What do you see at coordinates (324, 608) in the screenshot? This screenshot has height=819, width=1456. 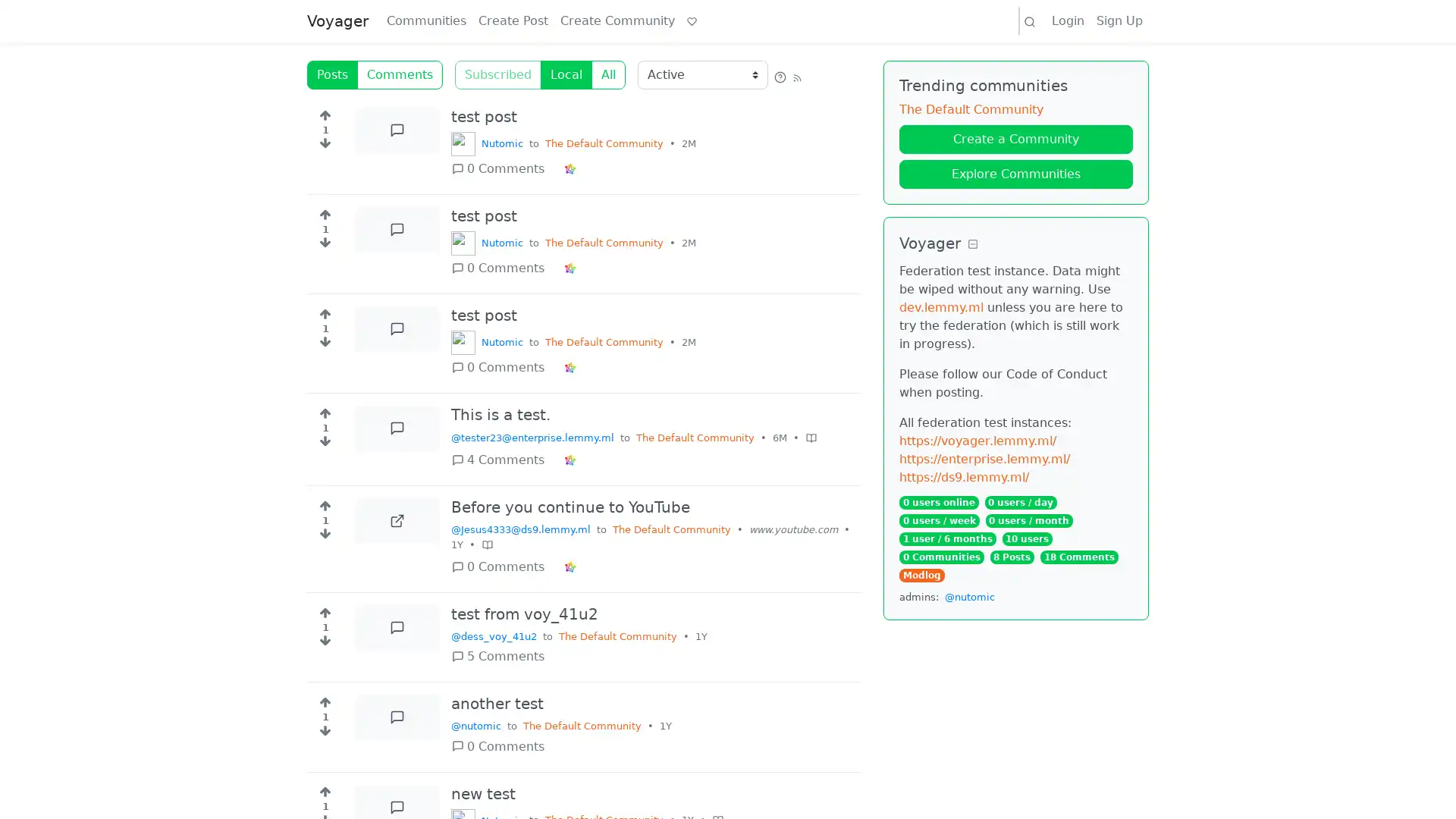 I see `Upvote` at bounding box center [324, 608].